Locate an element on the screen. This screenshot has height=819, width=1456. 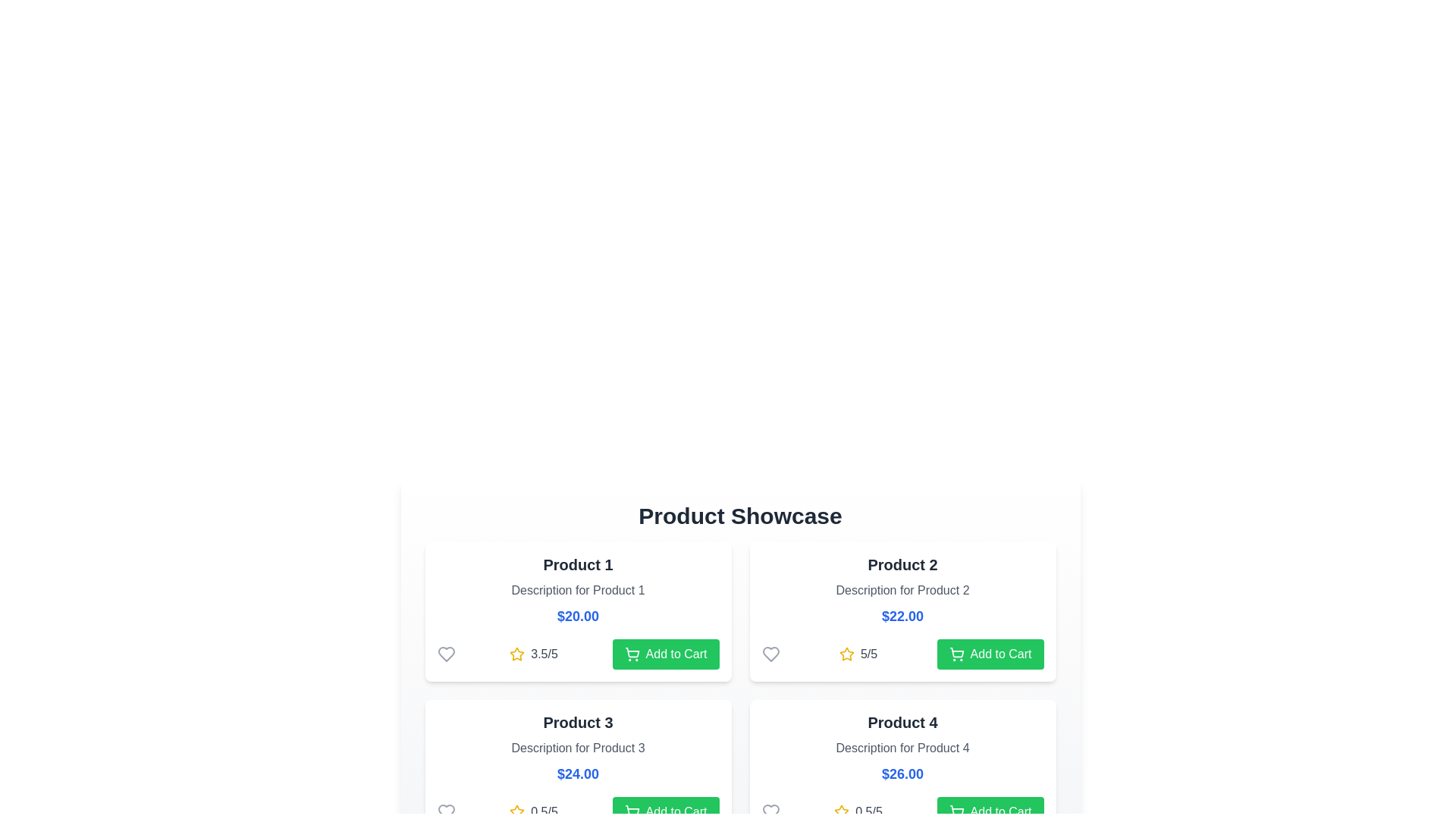
the heart-shaped icon button outlined in gray, which is located to the left side of the rating and above the 'Add to Cart' button is located at coordinates (445, 654).